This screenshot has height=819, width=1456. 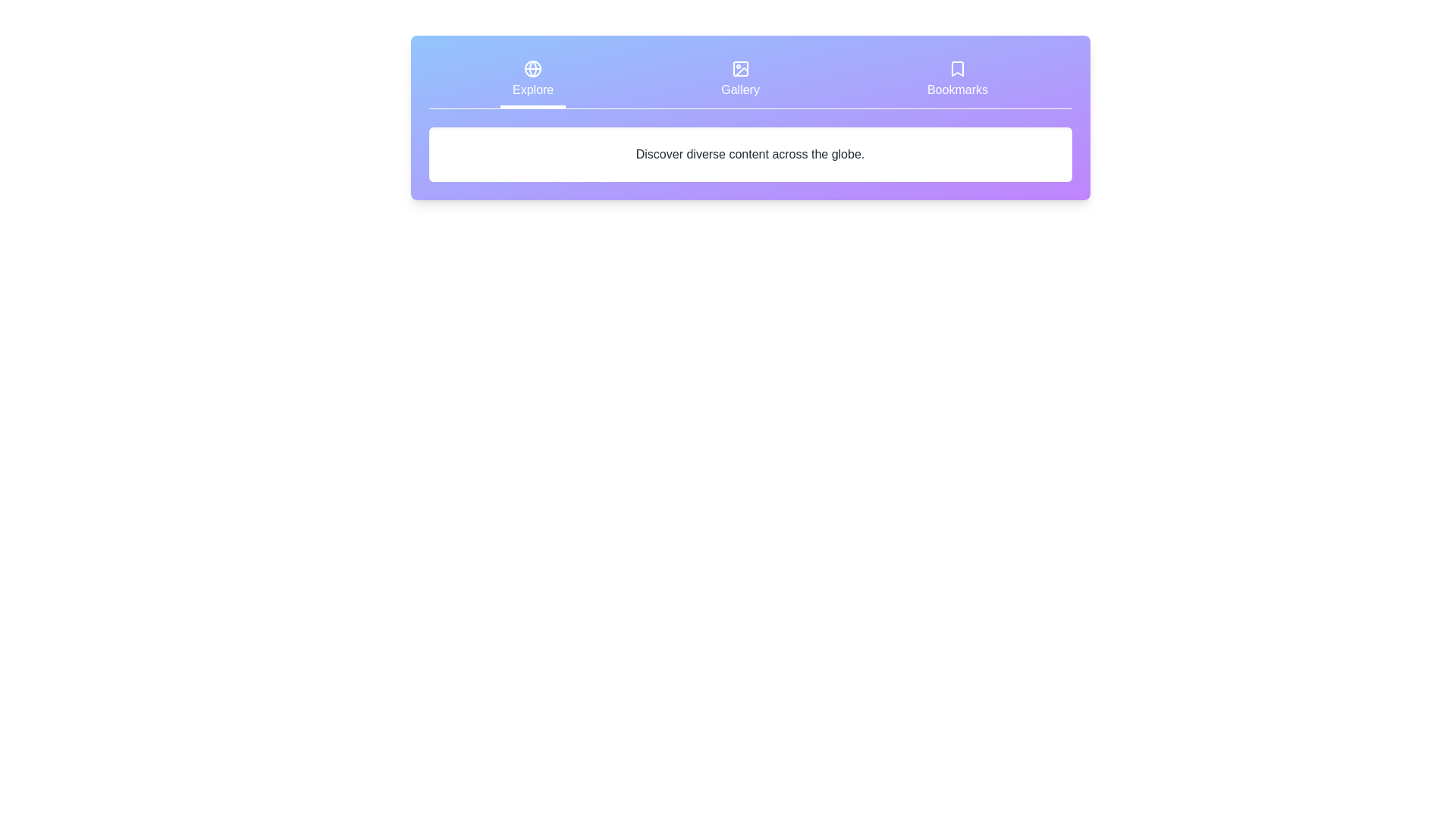 I want to click on the Bookmarks tab by clicking on it, so click(x=956, y=81).